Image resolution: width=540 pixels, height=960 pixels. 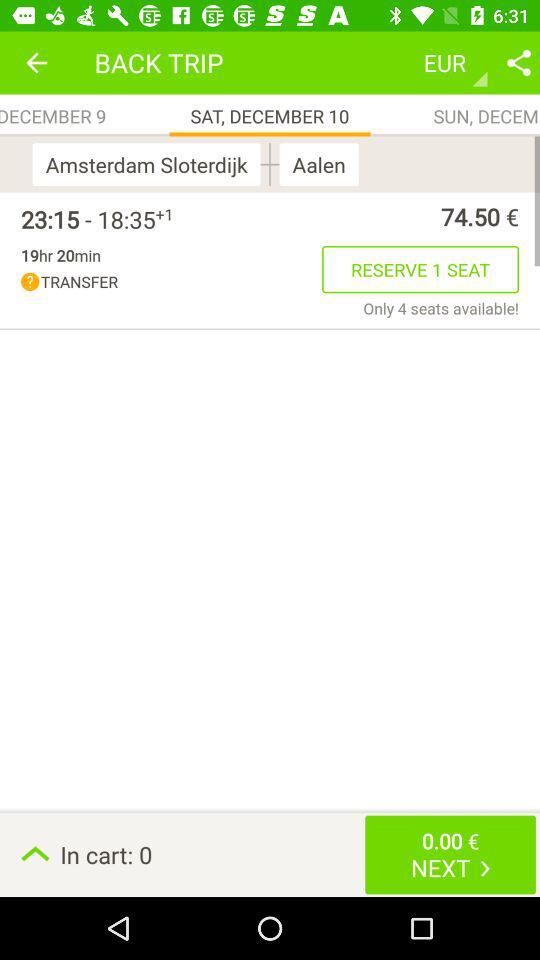 What do you see at coordinates (419, 268) in the screenshot?
I see `the reserve 1 seat icon` at bounding box center [419, 268].